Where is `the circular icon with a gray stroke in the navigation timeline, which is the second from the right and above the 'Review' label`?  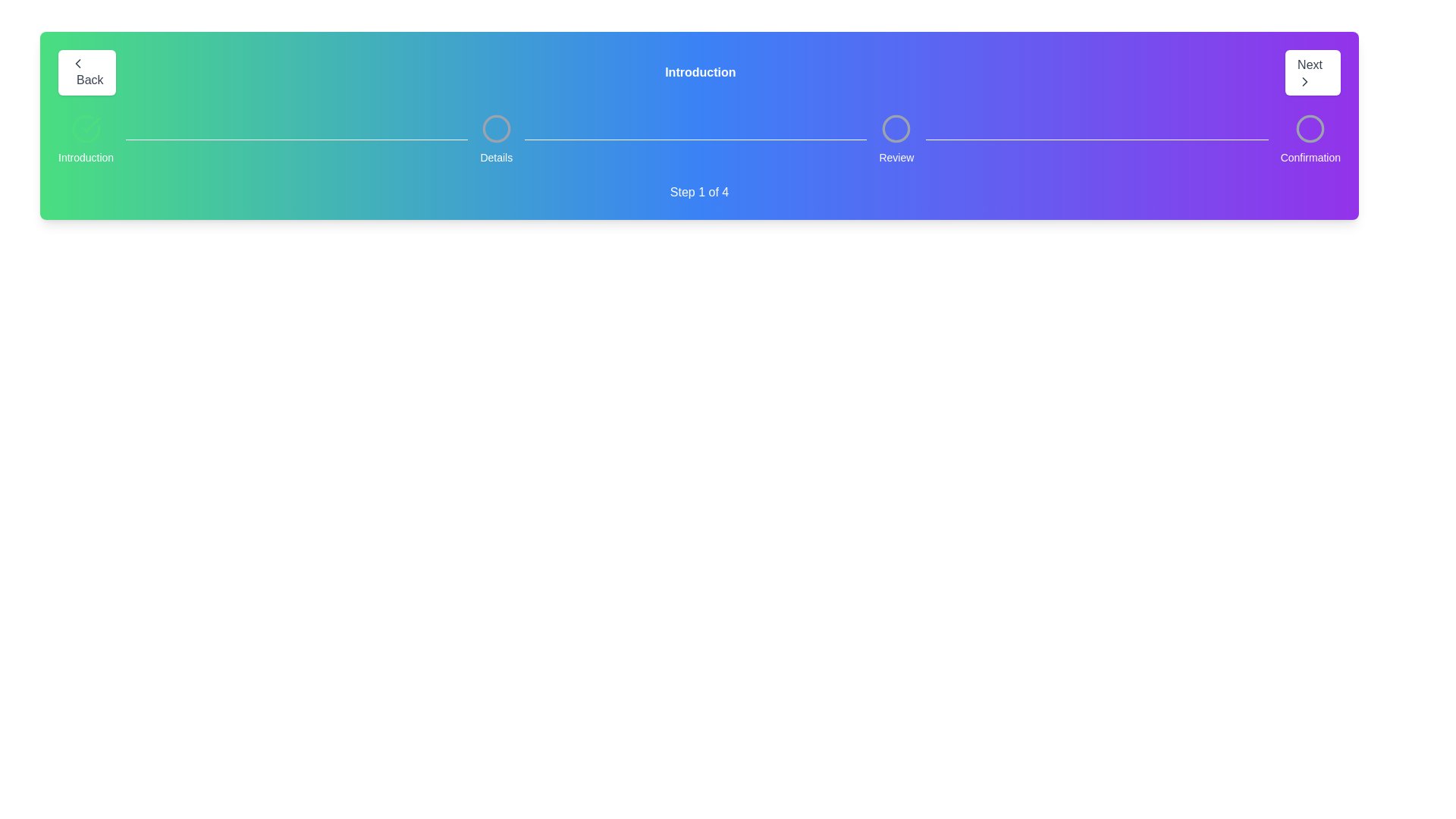 the circular icon with a gray stroke in the navigation timeline, which is the second from the right and above the 'Review' label is located at coordinates (896, 127).